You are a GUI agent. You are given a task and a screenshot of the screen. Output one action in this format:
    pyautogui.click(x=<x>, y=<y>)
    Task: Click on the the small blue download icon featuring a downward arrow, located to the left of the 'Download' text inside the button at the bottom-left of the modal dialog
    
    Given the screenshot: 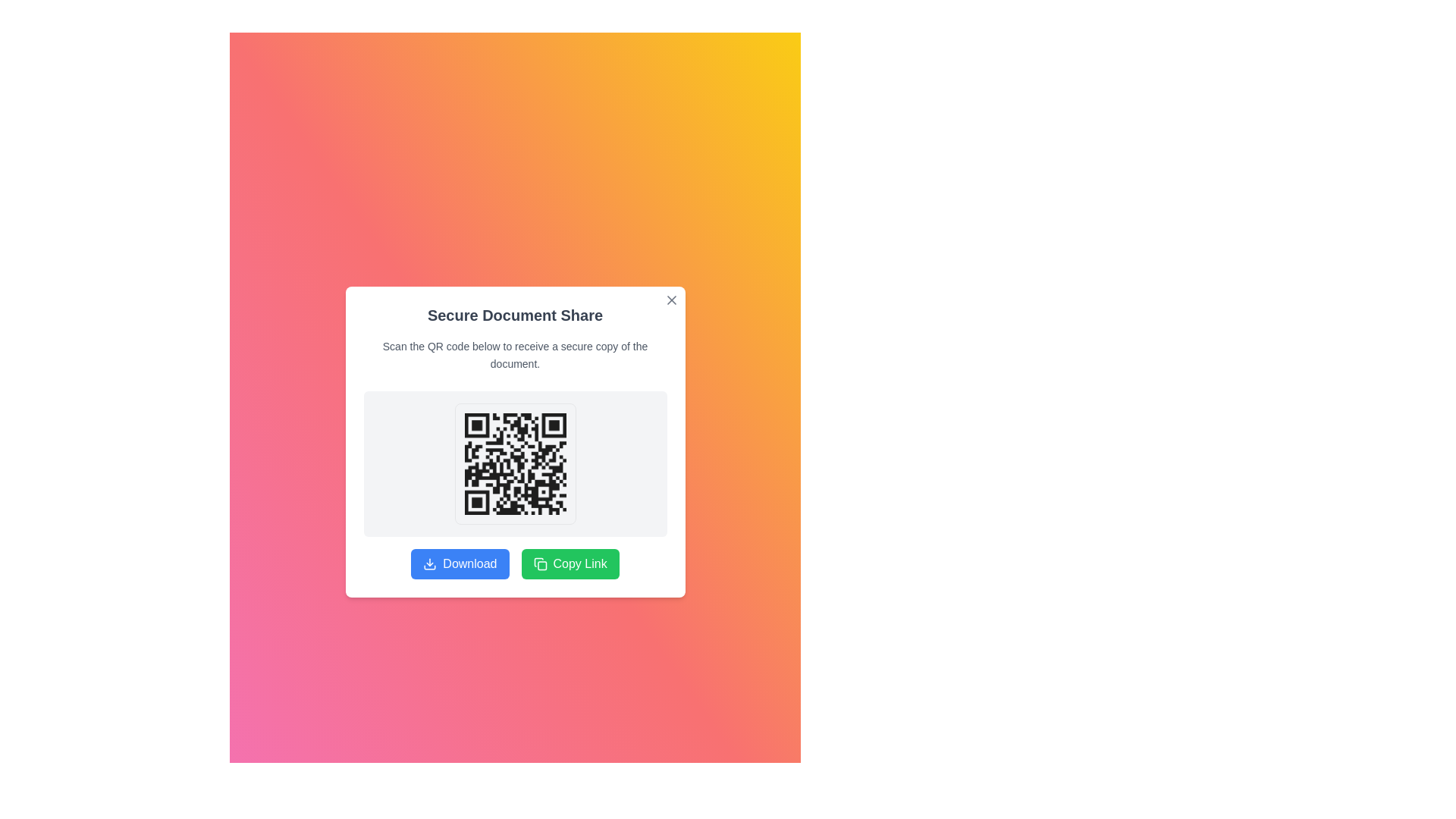 What is the action you would take?
    pyautogui.click(x=429, y=563)
    